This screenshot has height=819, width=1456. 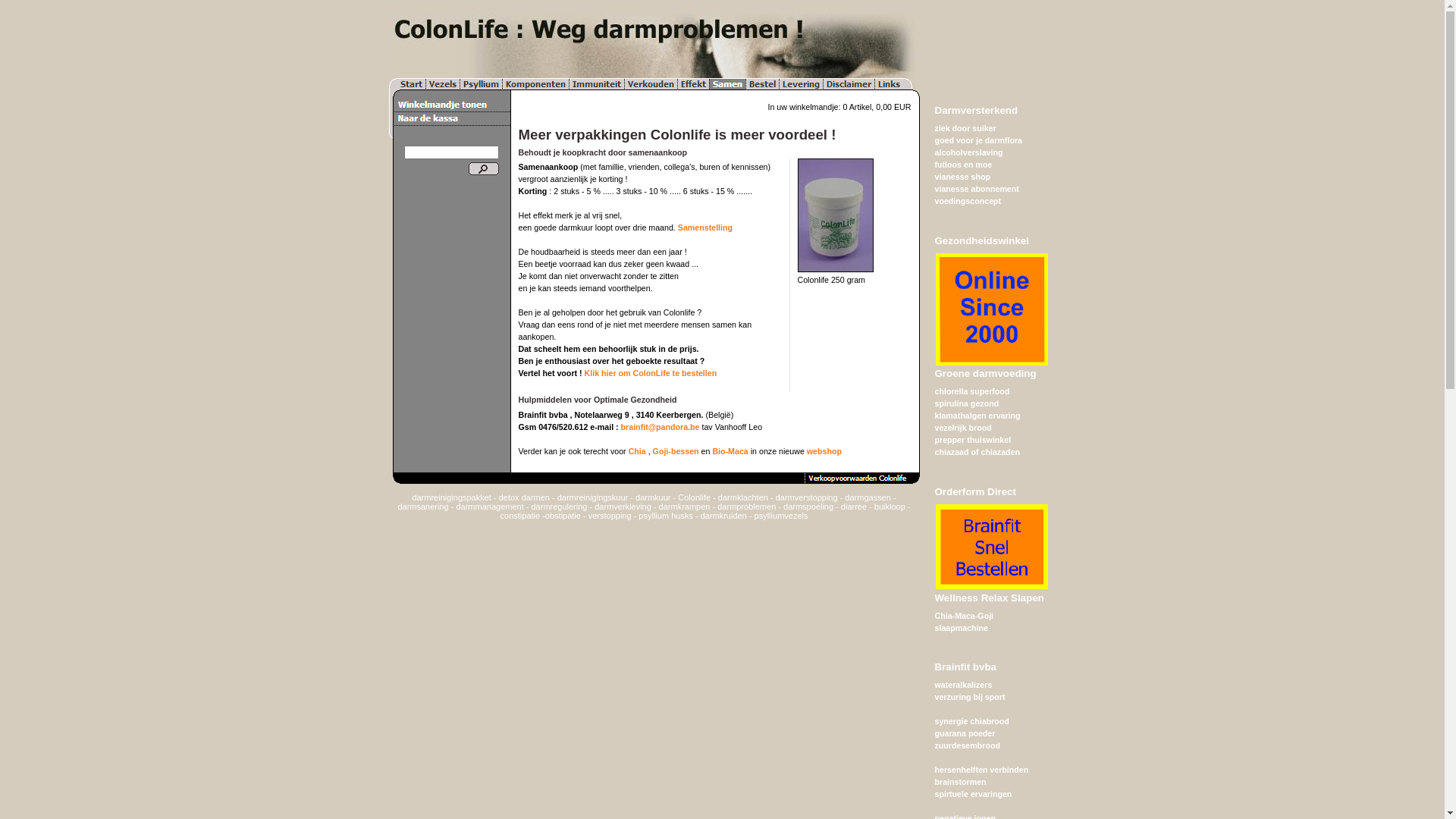 What do you see at coordinates (976, 188) in the screenshot?
I see `'vianesse abonnement'` at bounding box center [976, 188].